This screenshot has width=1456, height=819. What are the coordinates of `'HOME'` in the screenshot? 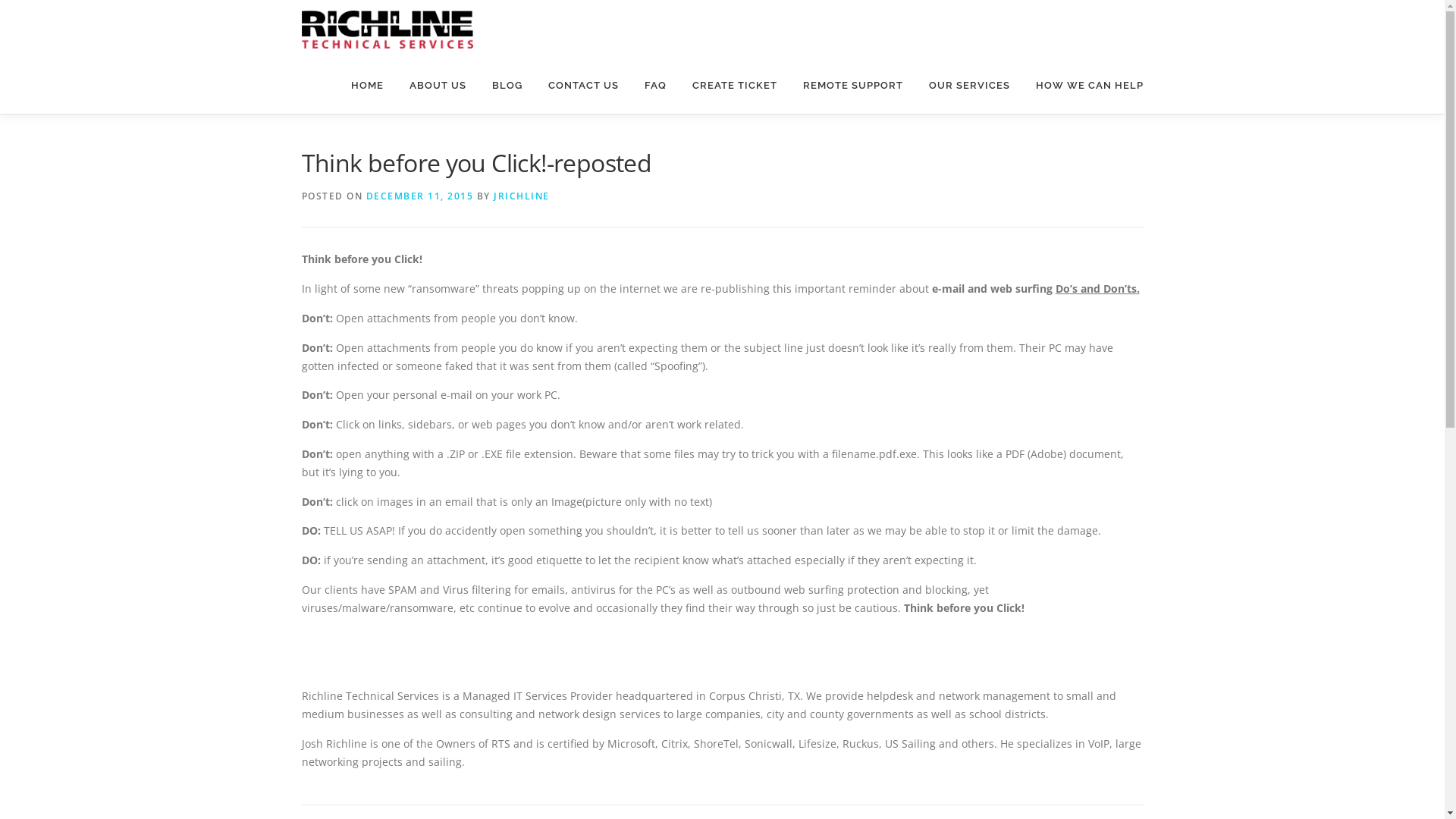 It's located at (367, 85).